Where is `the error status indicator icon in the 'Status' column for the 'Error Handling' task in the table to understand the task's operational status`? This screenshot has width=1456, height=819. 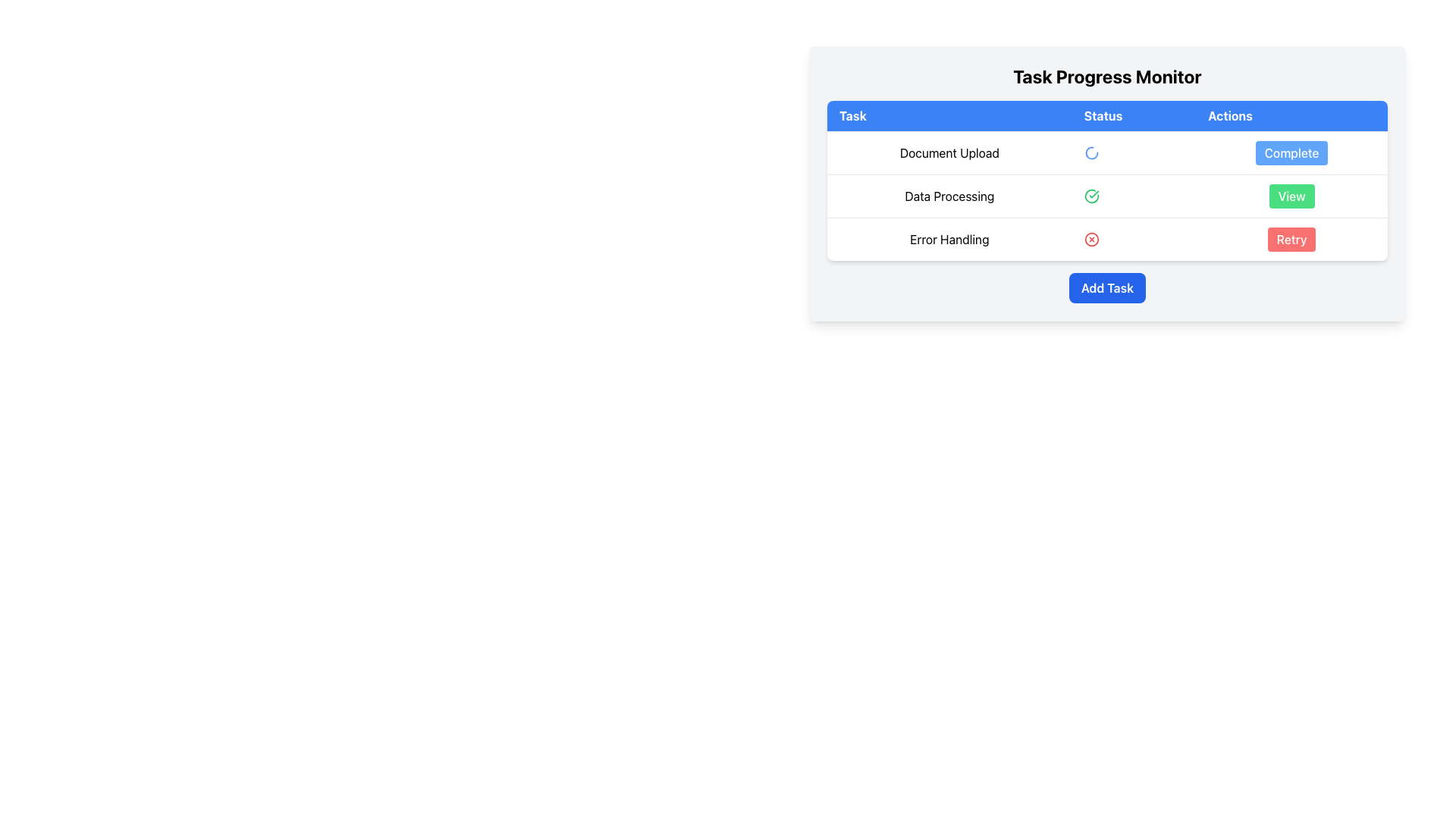
the error status indicator icon in the 'Status' column for the 'Error Handling' task in the table to understand the task's operational status is located at coordinates (1134, 239).